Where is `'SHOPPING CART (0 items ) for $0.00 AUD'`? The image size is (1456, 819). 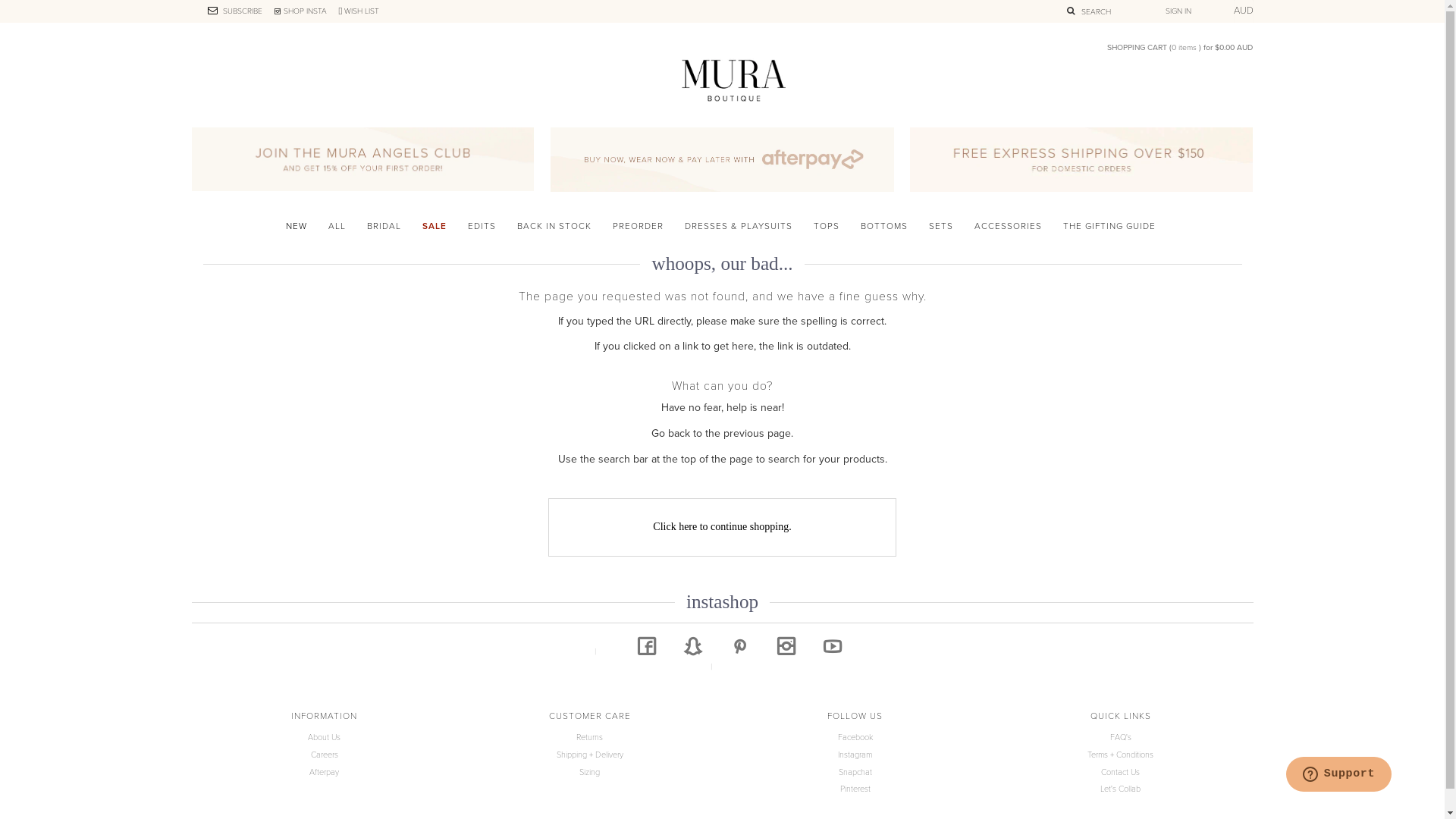 'SHOPPING CART (0 items ) for $0.00 AUD' is located at coordinates (1106, 46).